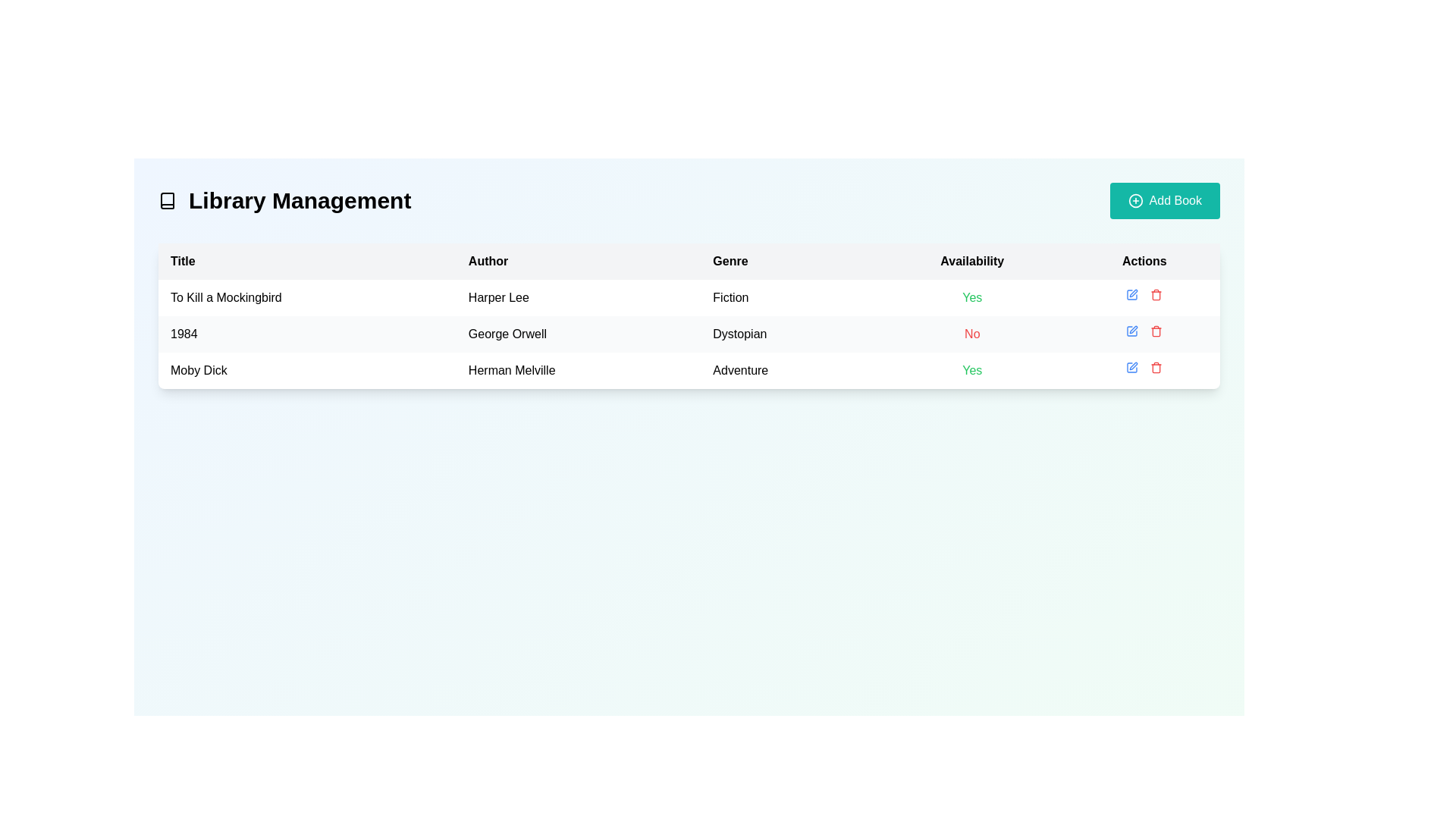  What do you see at coordinates (1132, 330) in the screenshot?
I see `the graphical feature in the 'Actions' column of the second row, representing the book titled '1984'` at bounding box center [1132, 330].